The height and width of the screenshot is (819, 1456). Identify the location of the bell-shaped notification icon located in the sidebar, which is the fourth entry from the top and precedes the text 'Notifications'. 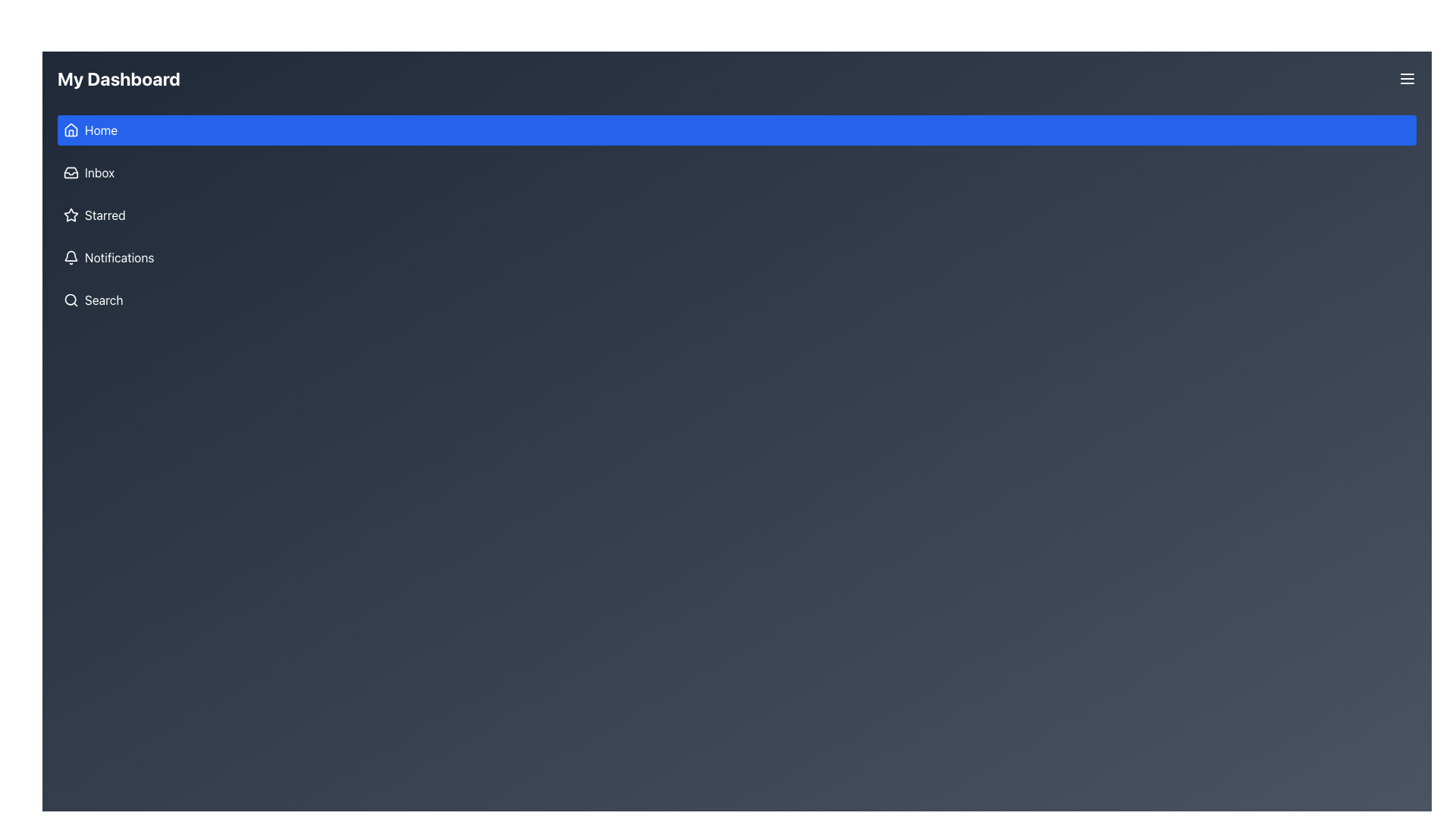
(71, 256).